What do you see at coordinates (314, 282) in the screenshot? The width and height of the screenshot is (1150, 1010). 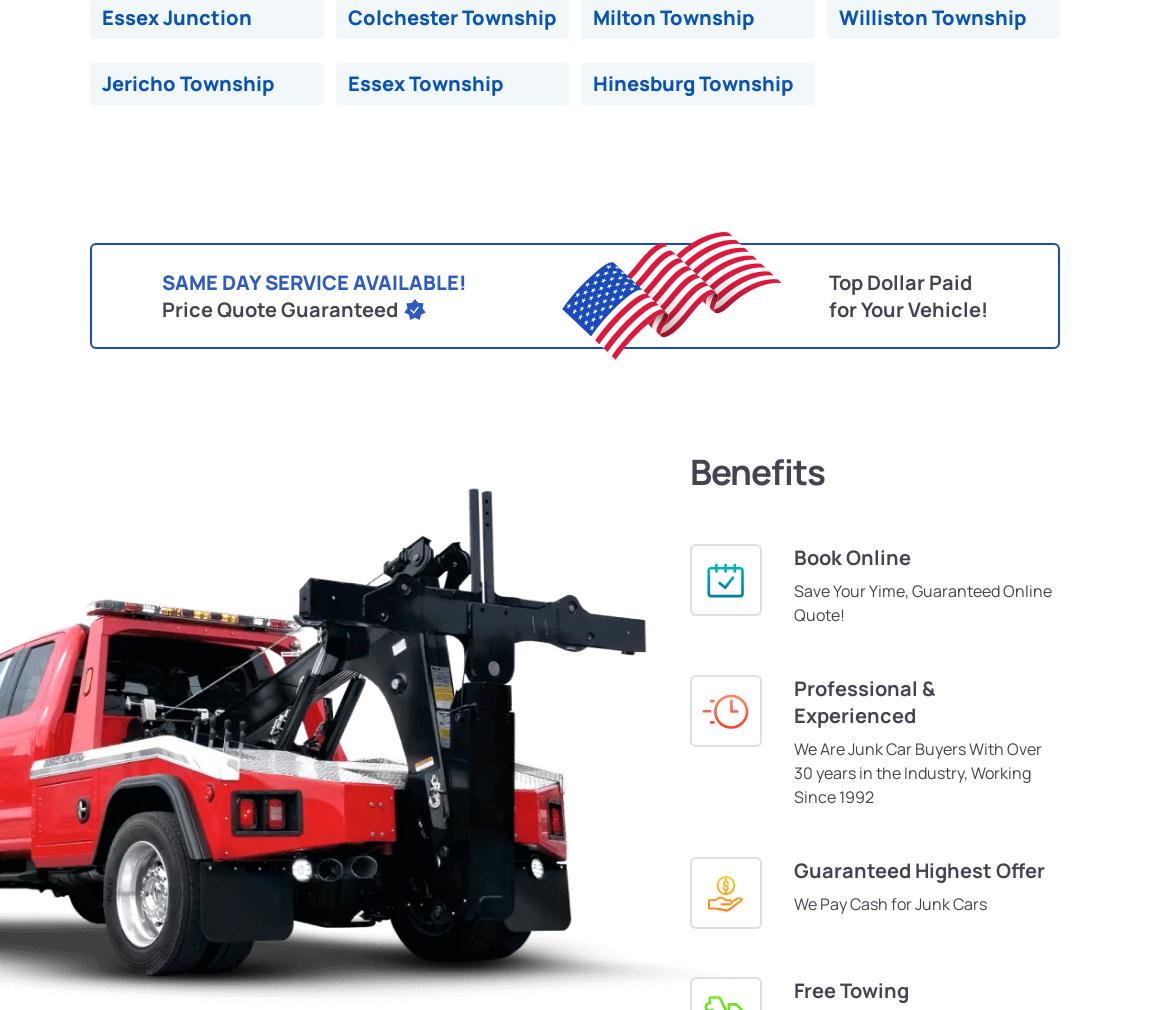 I see `'SAME DAY SERVICE AVAILABLE!'` at bounding box center [314, 282].